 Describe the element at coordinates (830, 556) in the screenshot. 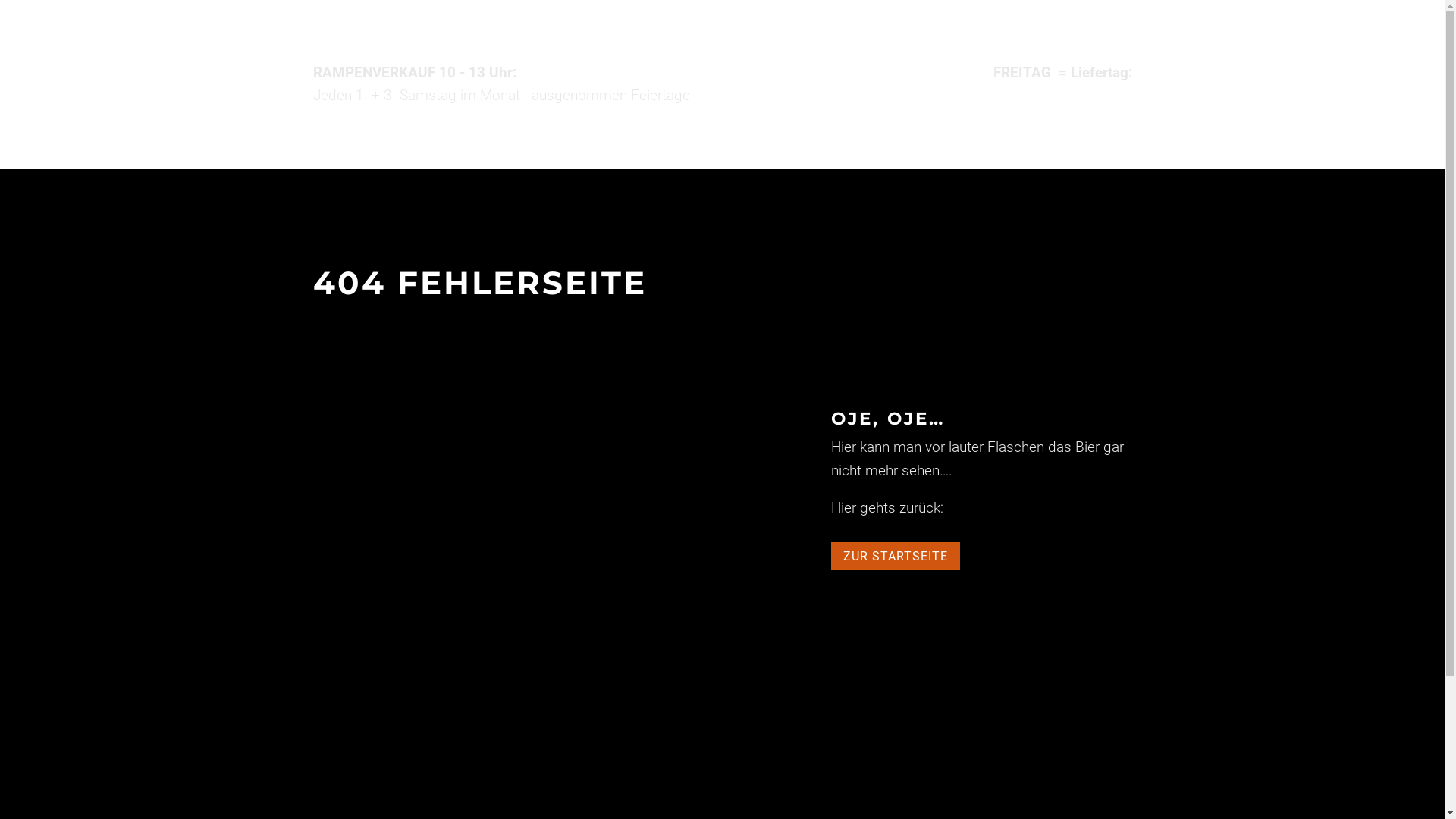

I see `'ZUR STARTSEITE'` at that location.